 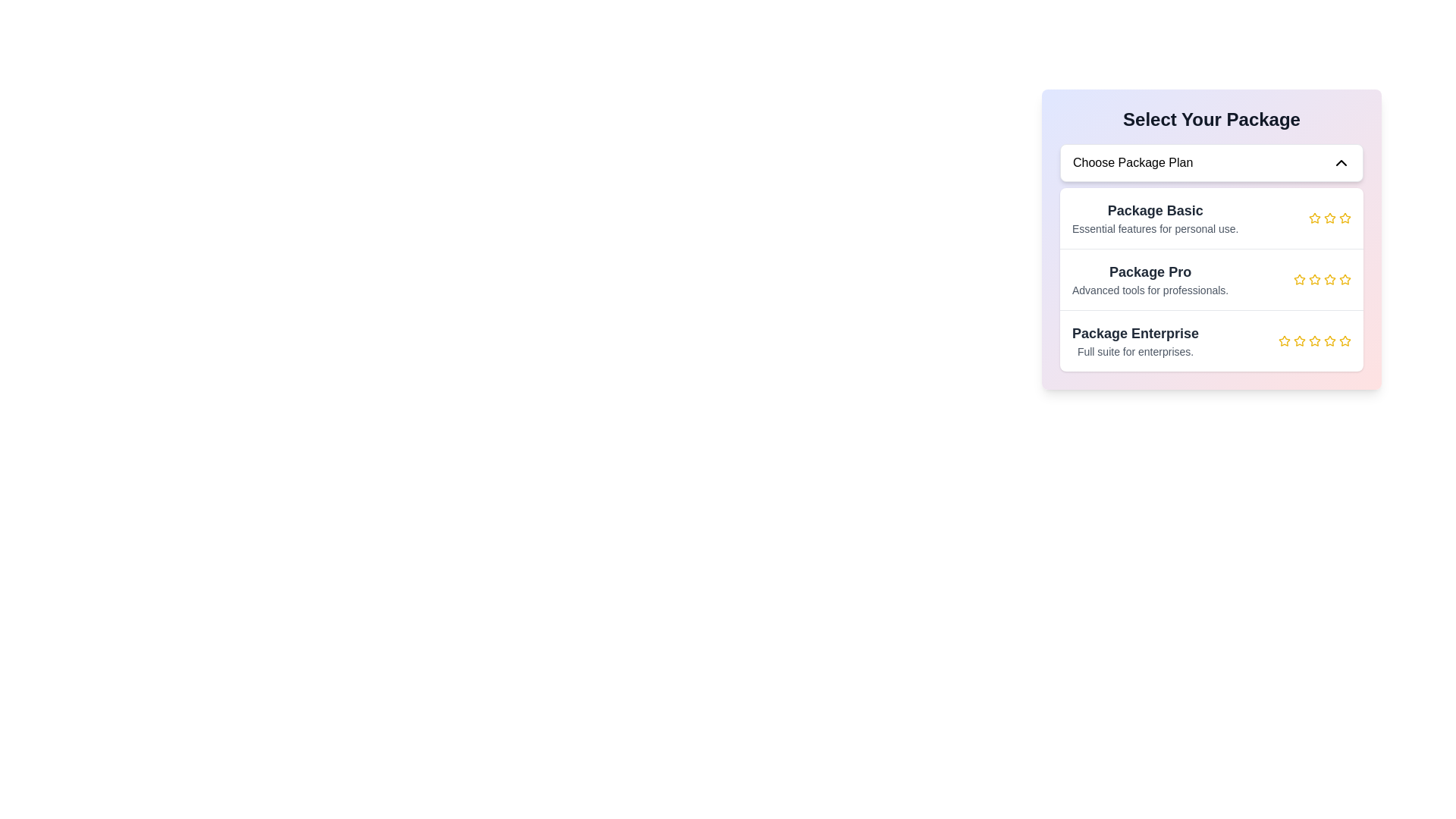 What do you see at coordinates (1313, 218) in the screenshot?
I see `the first star` at bounding box center [1313, 218].